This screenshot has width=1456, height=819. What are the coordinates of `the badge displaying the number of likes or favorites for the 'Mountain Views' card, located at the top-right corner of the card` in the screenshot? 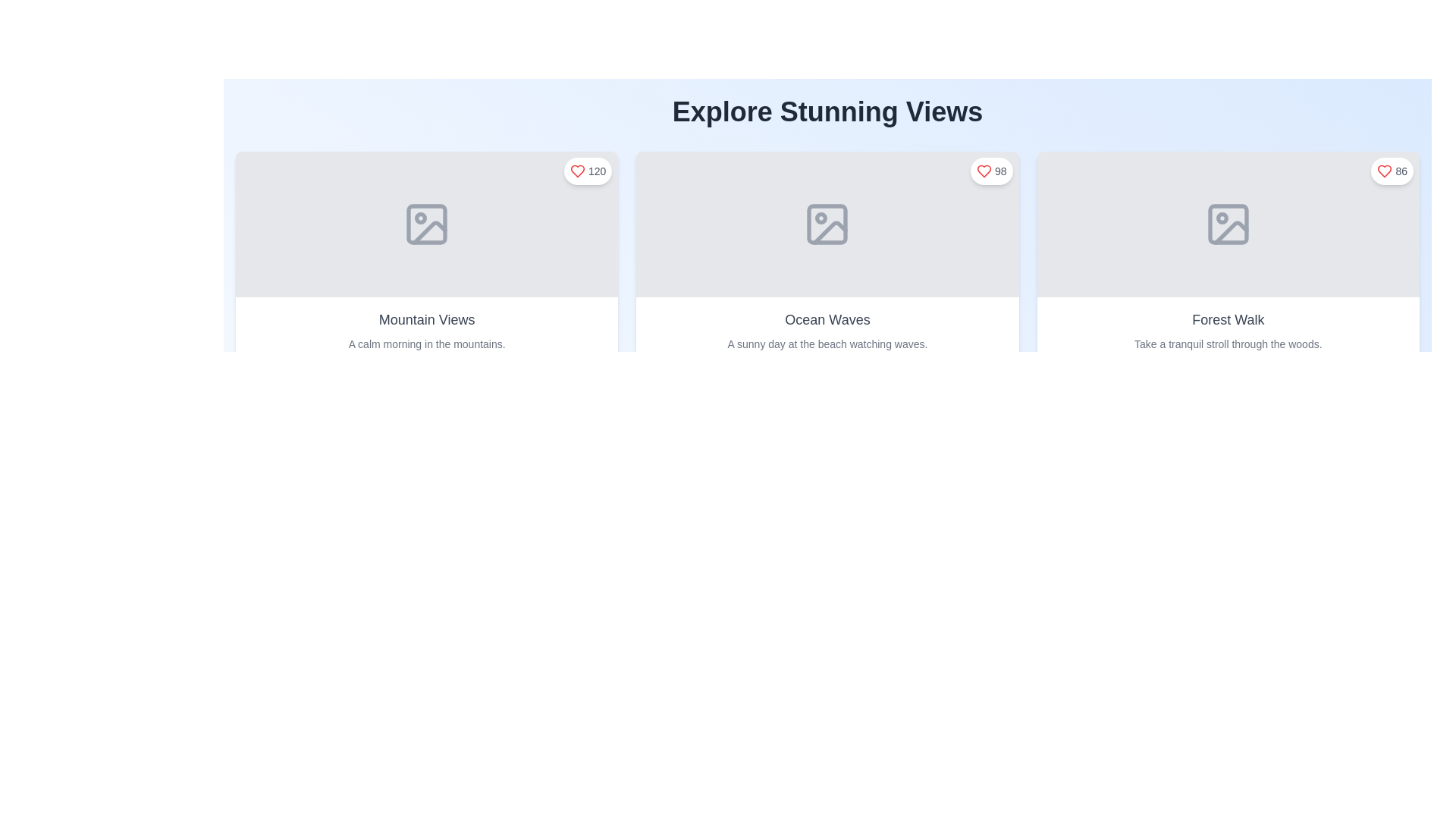 It's located at (587, 171).